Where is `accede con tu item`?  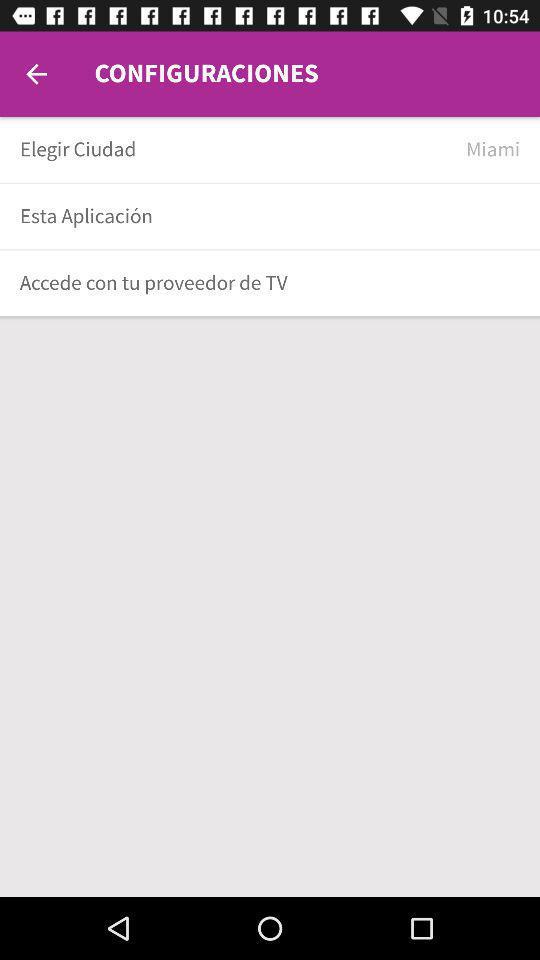 accede con tu item is located at coordinates (263, 282).